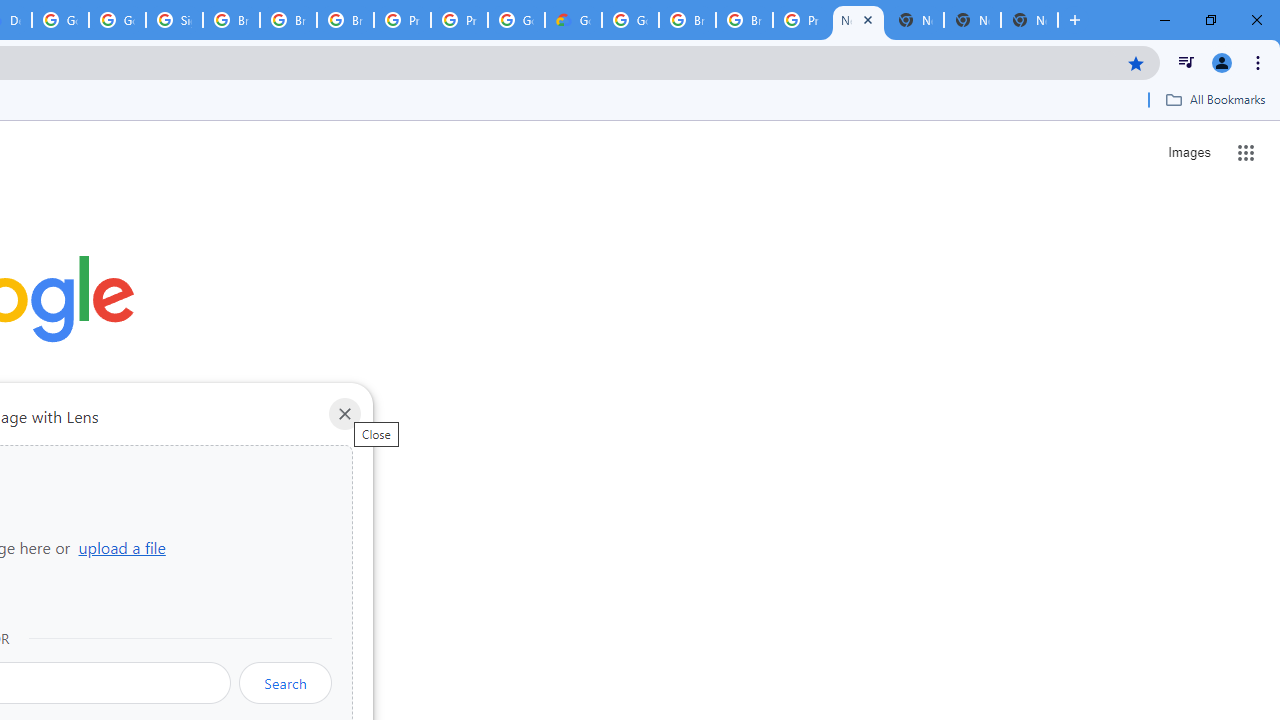  I want to click on 'Restore', so click(1209, 20).